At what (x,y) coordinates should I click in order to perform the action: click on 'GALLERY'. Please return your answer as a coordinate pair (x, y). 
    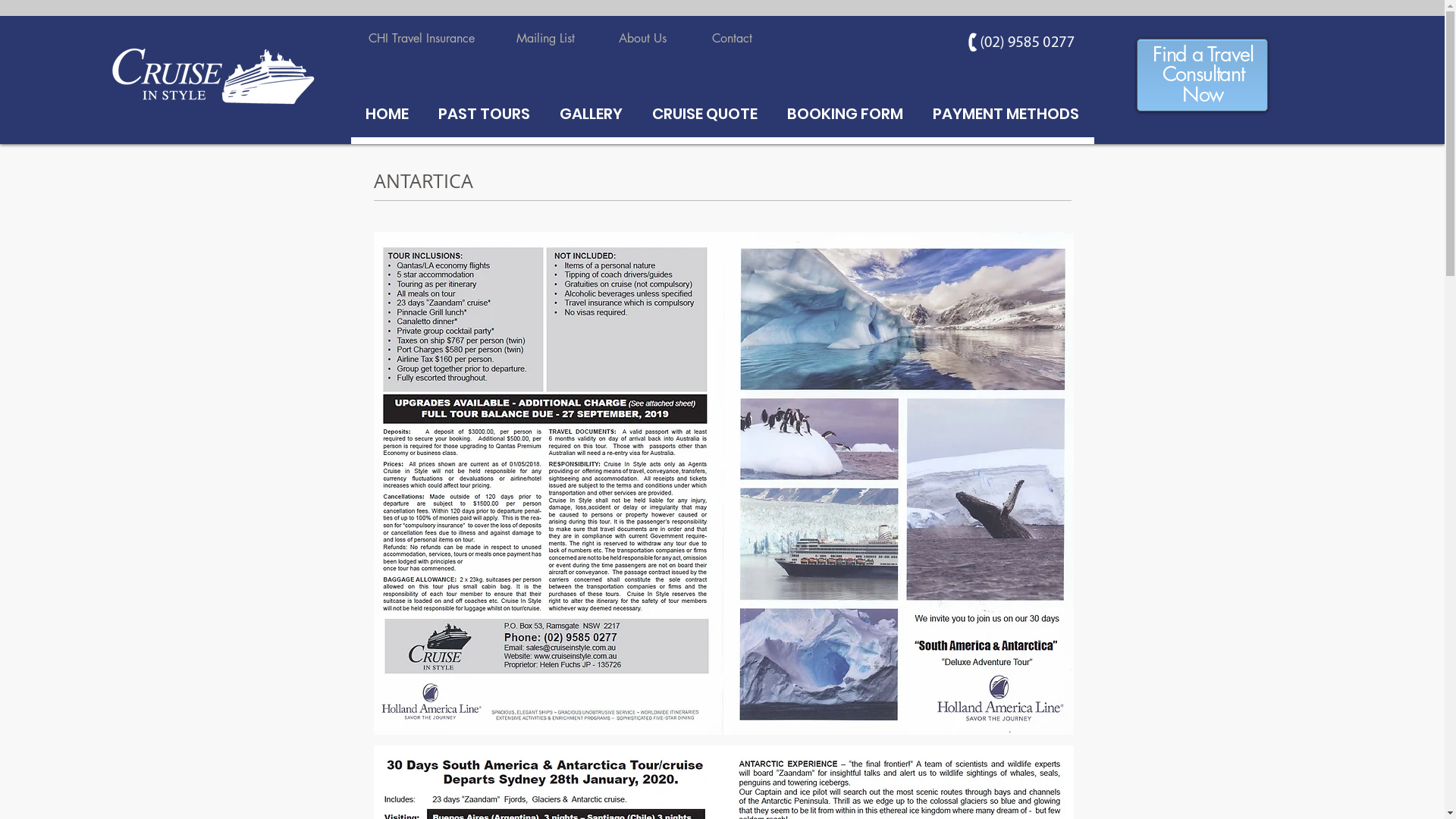
    Looking at the image, I should click on (589, 113).